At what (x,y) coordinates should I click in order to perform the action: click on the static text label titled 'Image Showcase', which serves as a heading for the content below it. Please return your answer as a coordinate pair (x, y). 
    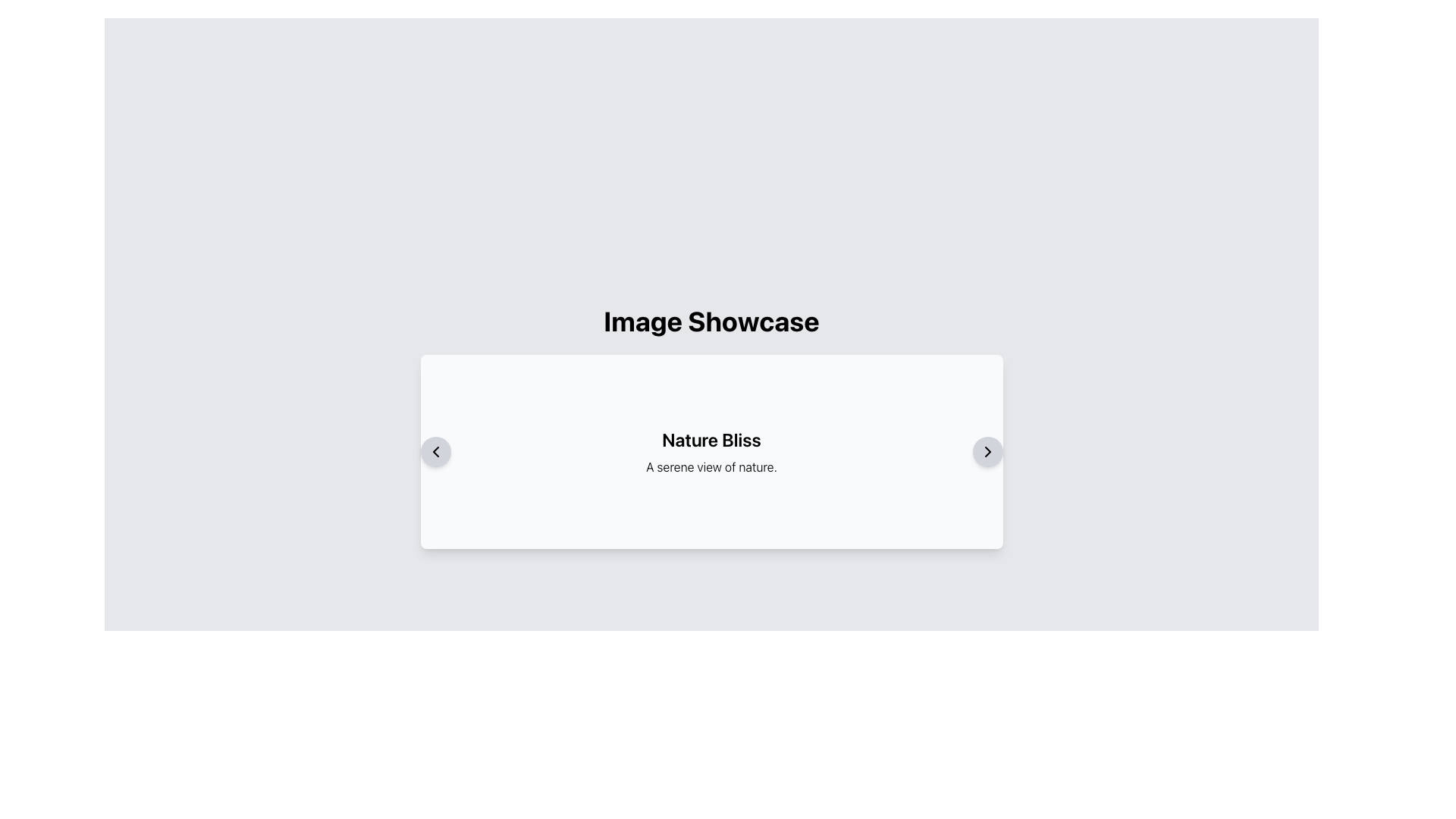
    Looking at the image, I should click on (711, 321).